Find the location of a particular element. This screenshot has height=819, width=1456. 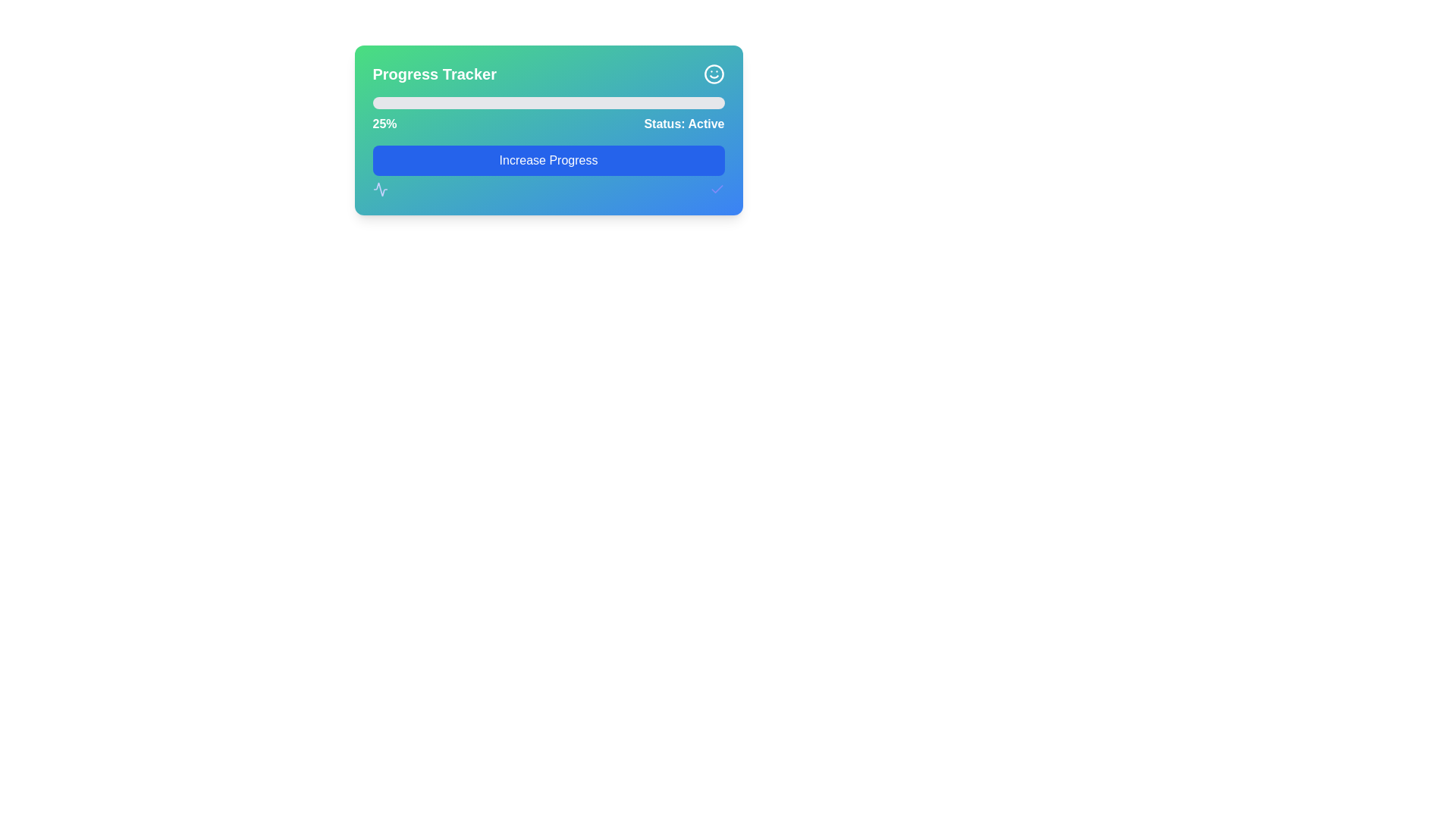

the decorative icon in the top-right section of the 'Progress Tracker' interface, which represents a positive mood is located at coordinates (713, 74).